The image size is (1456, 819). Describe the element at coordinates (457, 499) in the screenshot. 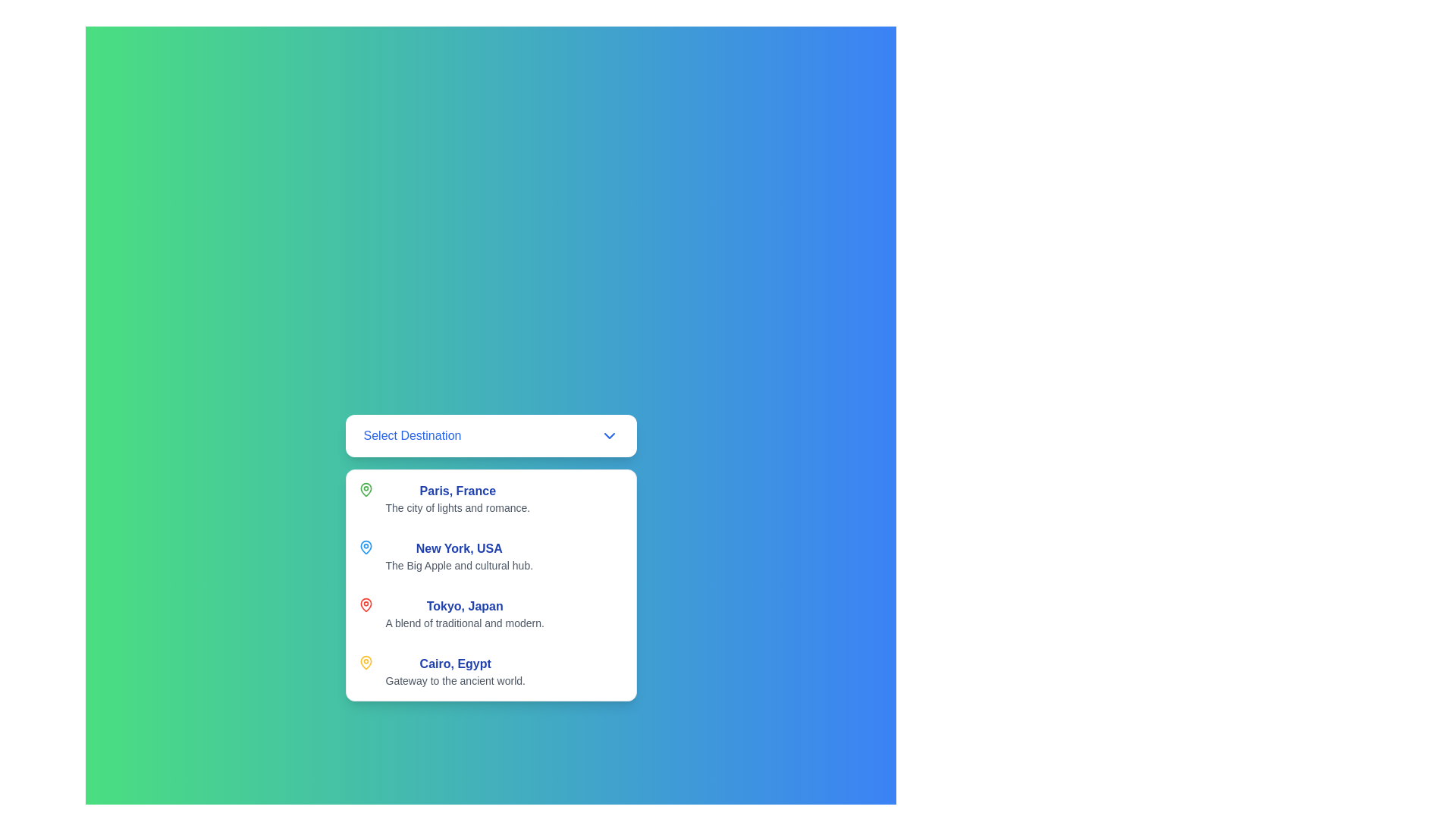

I see `the selectable destination labeled 'Paris, France'` at that location.